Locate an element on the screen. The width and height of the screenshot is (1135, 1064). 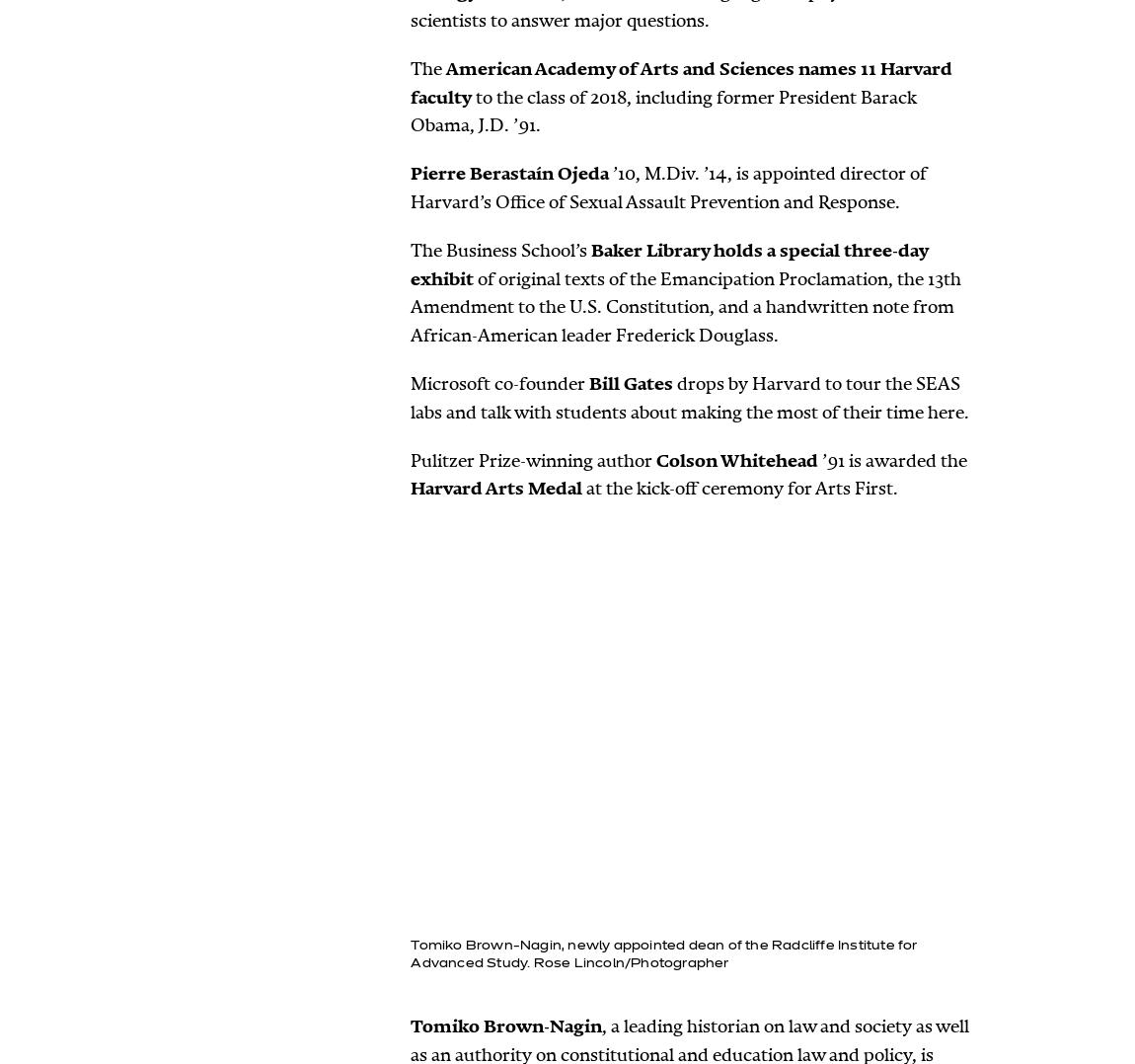
'Tomiko Brown-Nagin' is located at coordinates (410, 1025).